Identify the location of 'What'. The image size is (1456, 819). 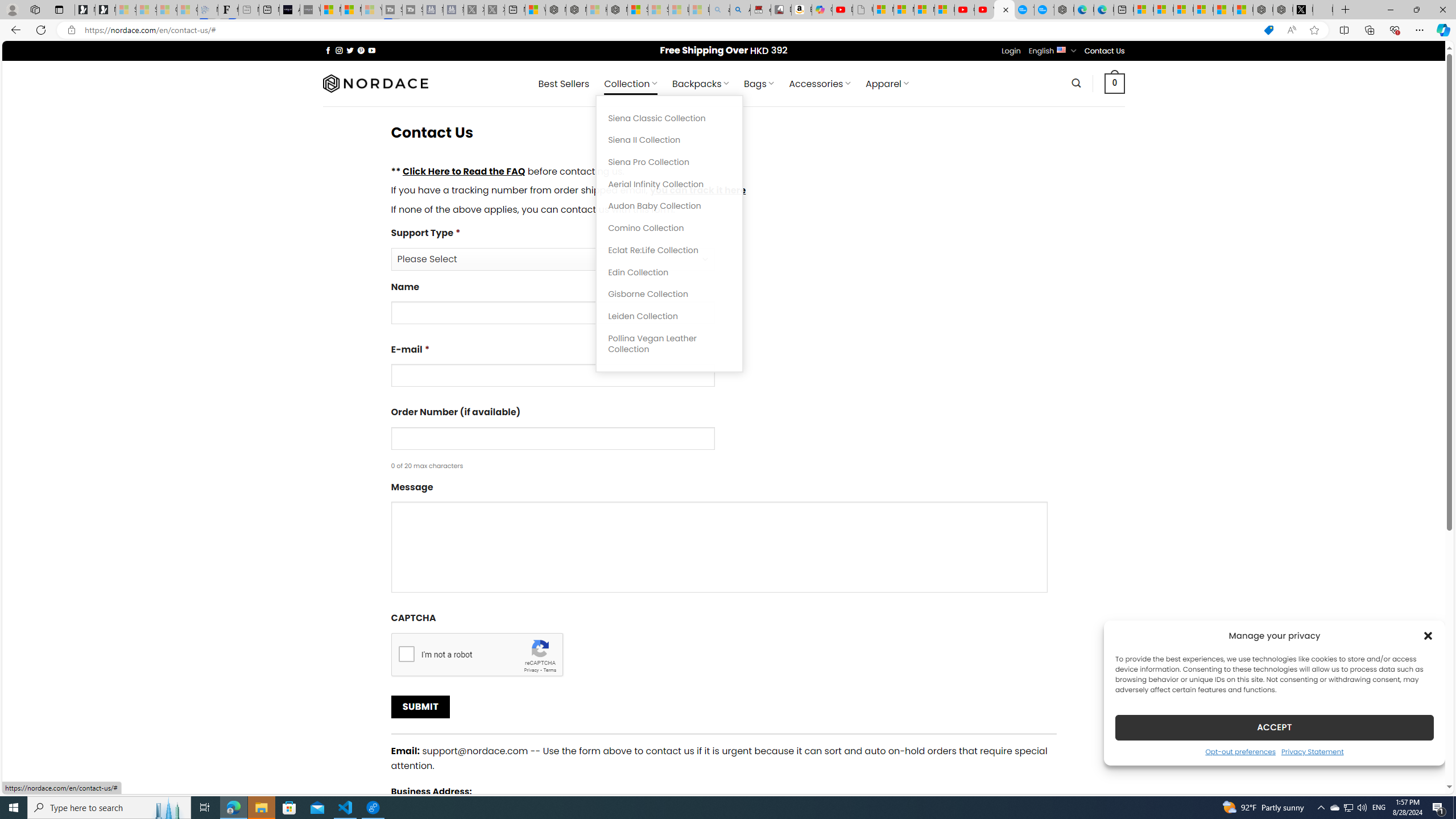
(310, 9).